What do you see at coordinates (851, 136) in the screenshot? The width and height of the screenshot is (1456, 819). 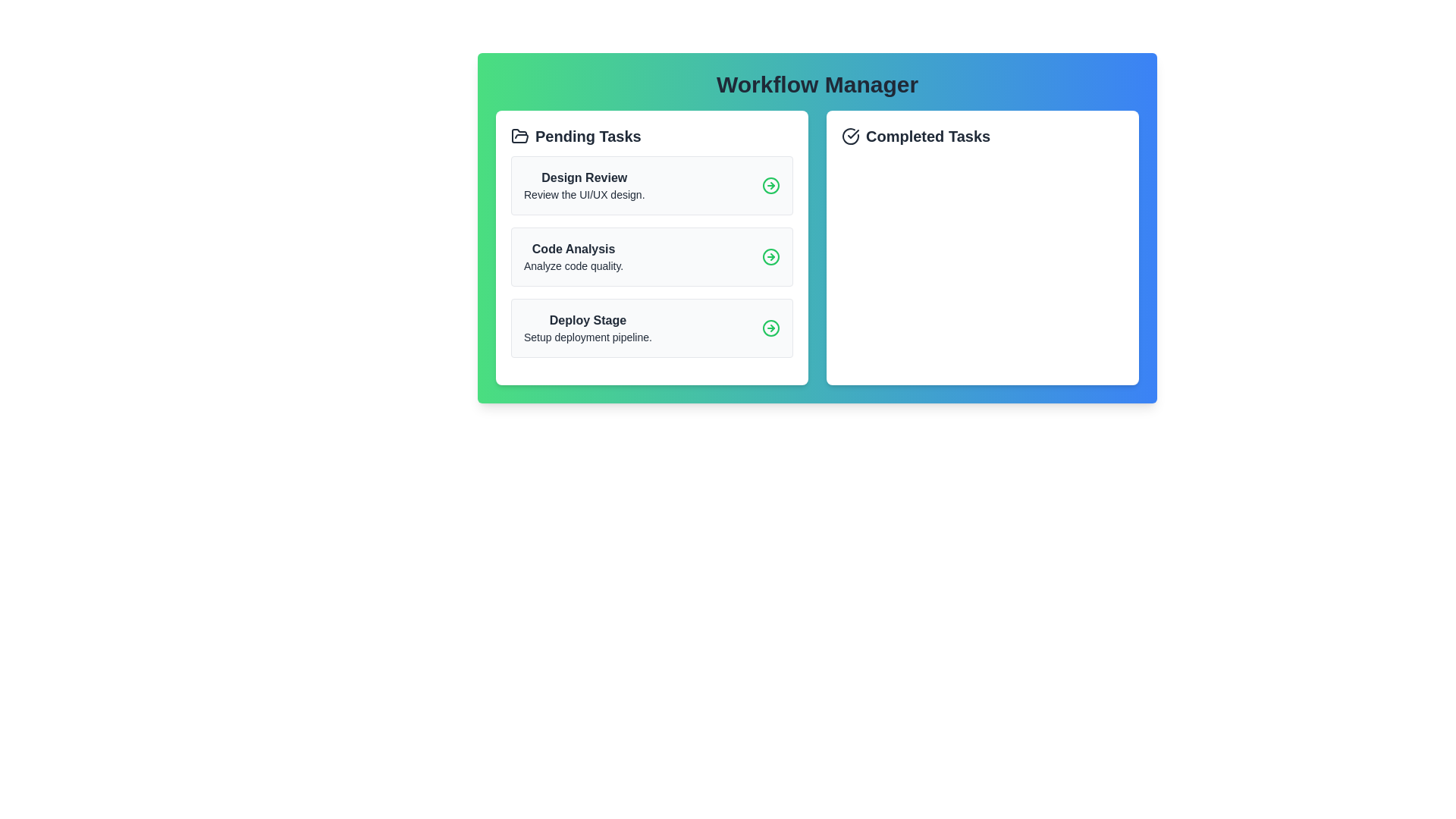 I see `the circular icon with a checkmark inside, located to the left of the 'Completed Tasks' text at the top-right section of the interface` at bounding box center [851, 136].